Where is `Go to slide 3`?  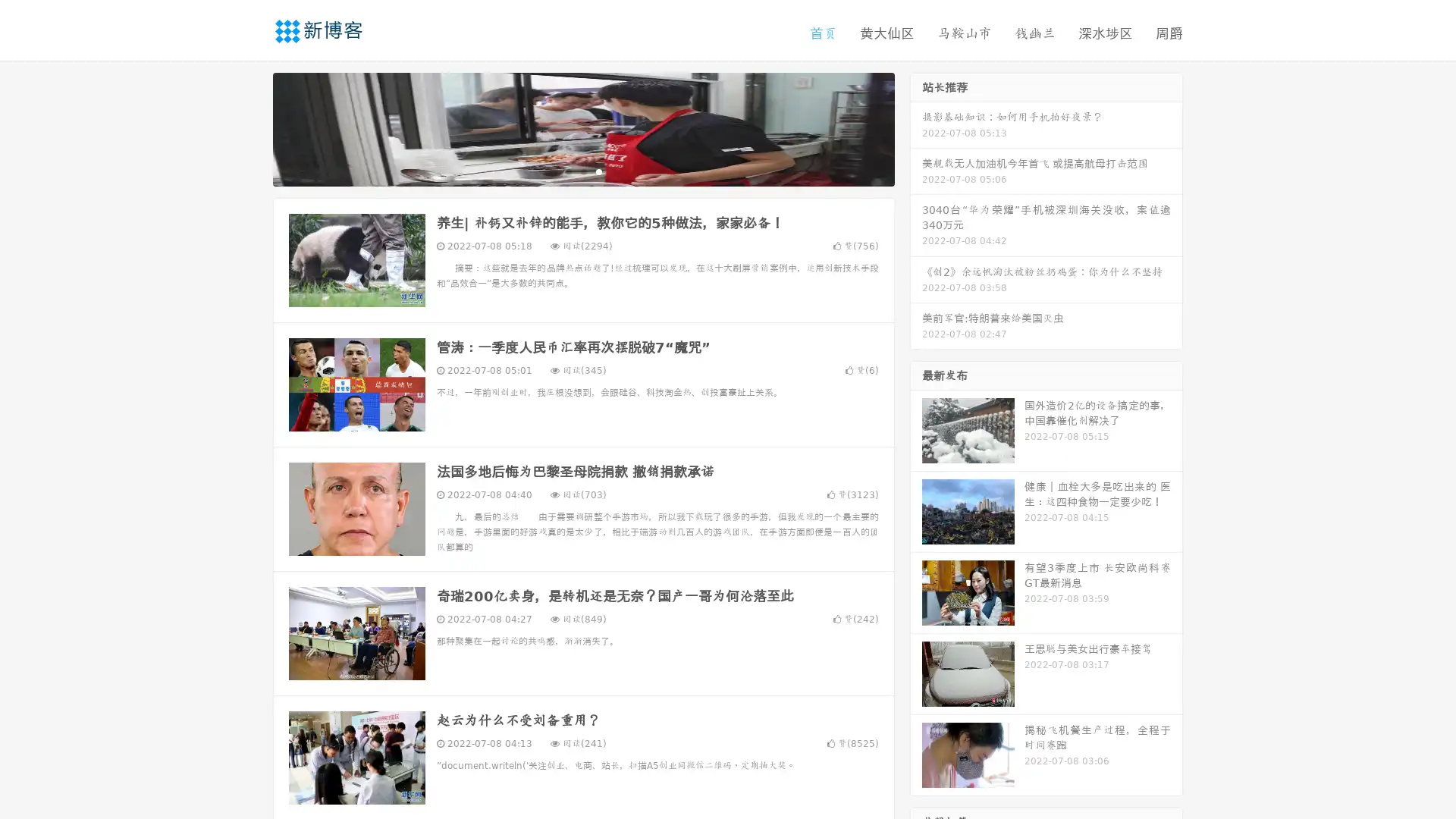 Go to slide 3 is located at coordinates (598, 171).